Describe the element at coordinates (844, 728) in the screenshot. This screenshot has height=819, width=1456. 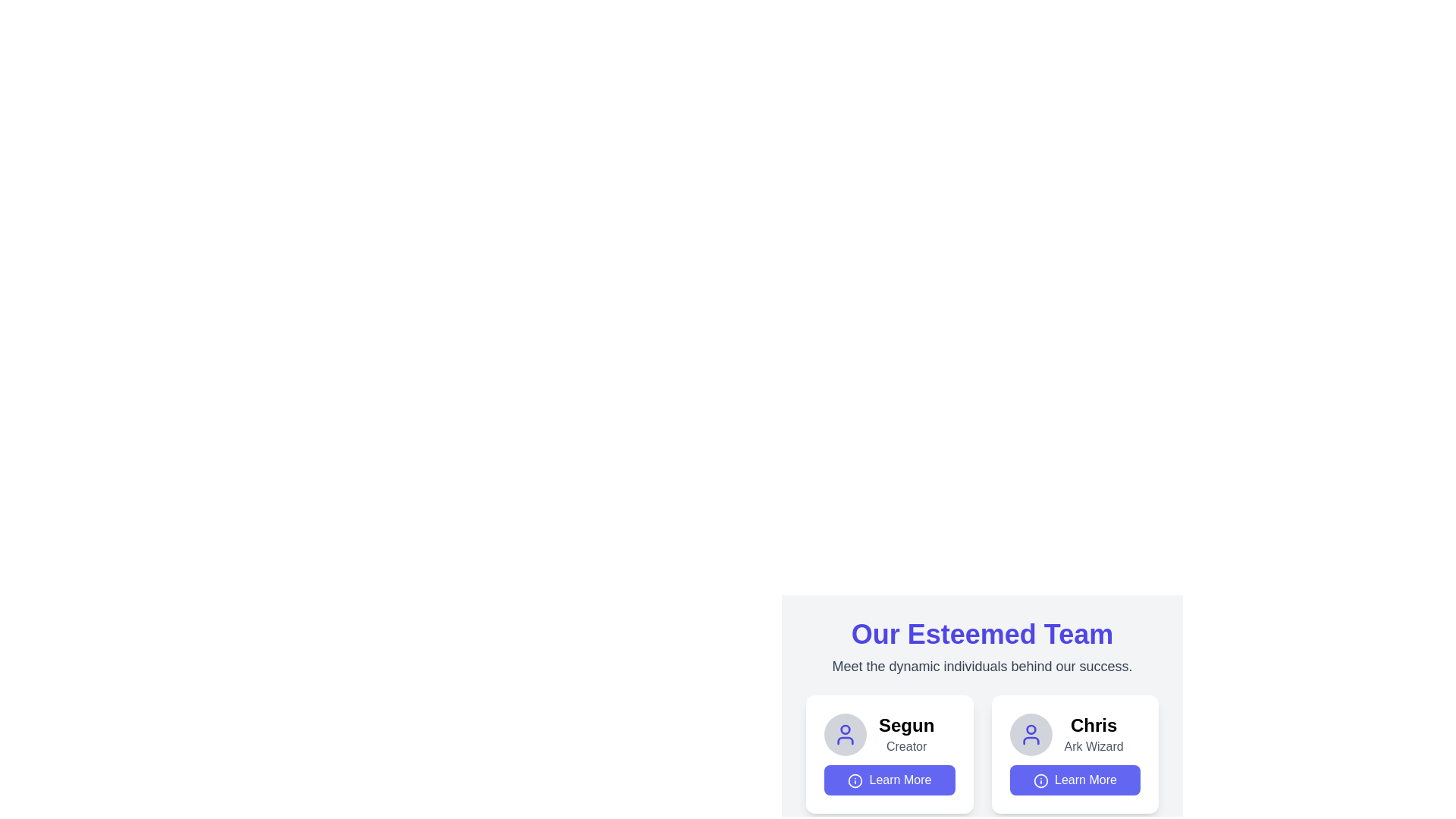
I see `the circular head representation of the user icon located in the 'Our Esteemed Team' section above the name 'Segun'` at that location.